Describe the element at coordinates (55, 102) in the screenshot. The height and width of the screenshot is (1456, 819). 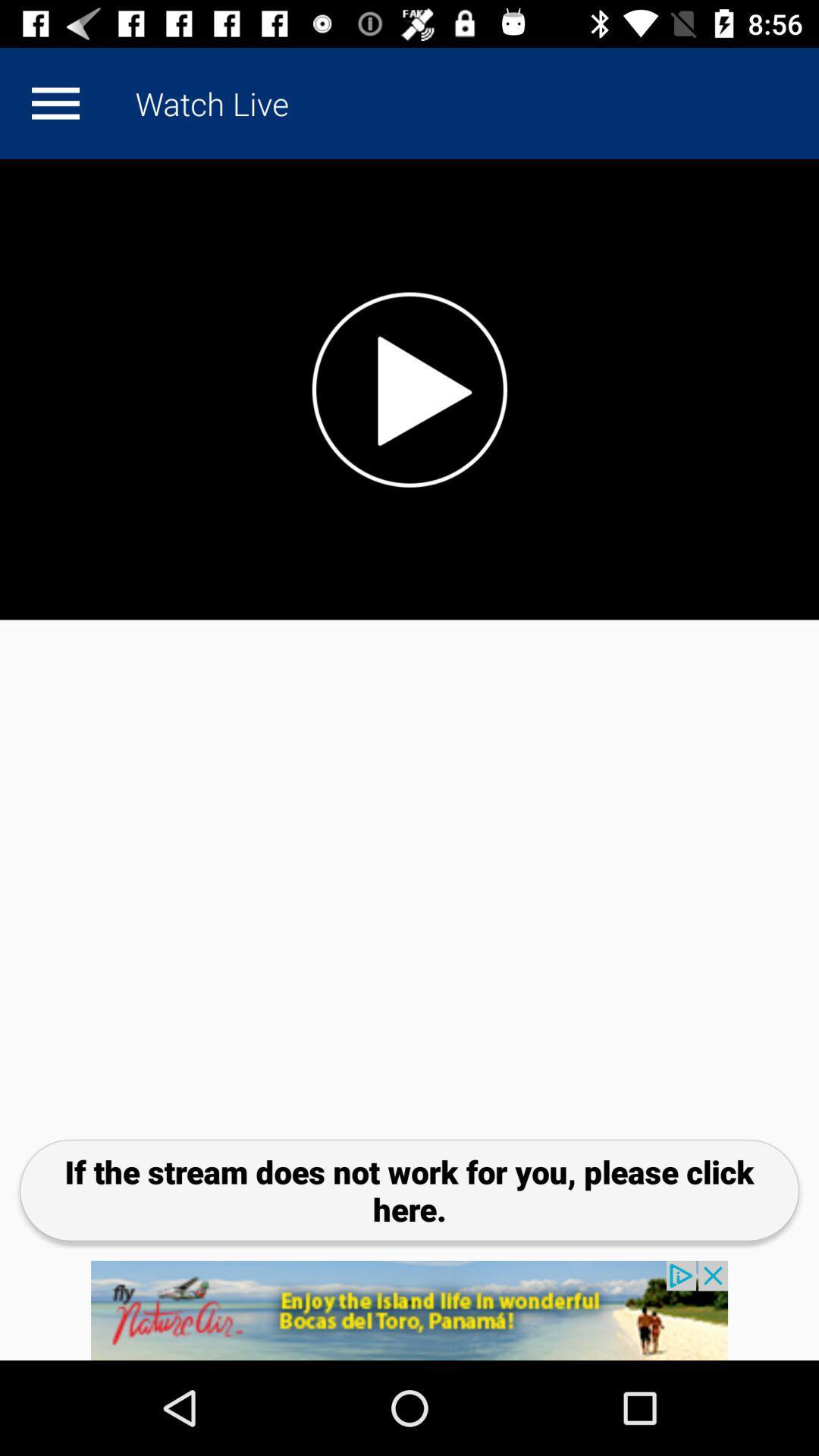
I see `custum` at that location.